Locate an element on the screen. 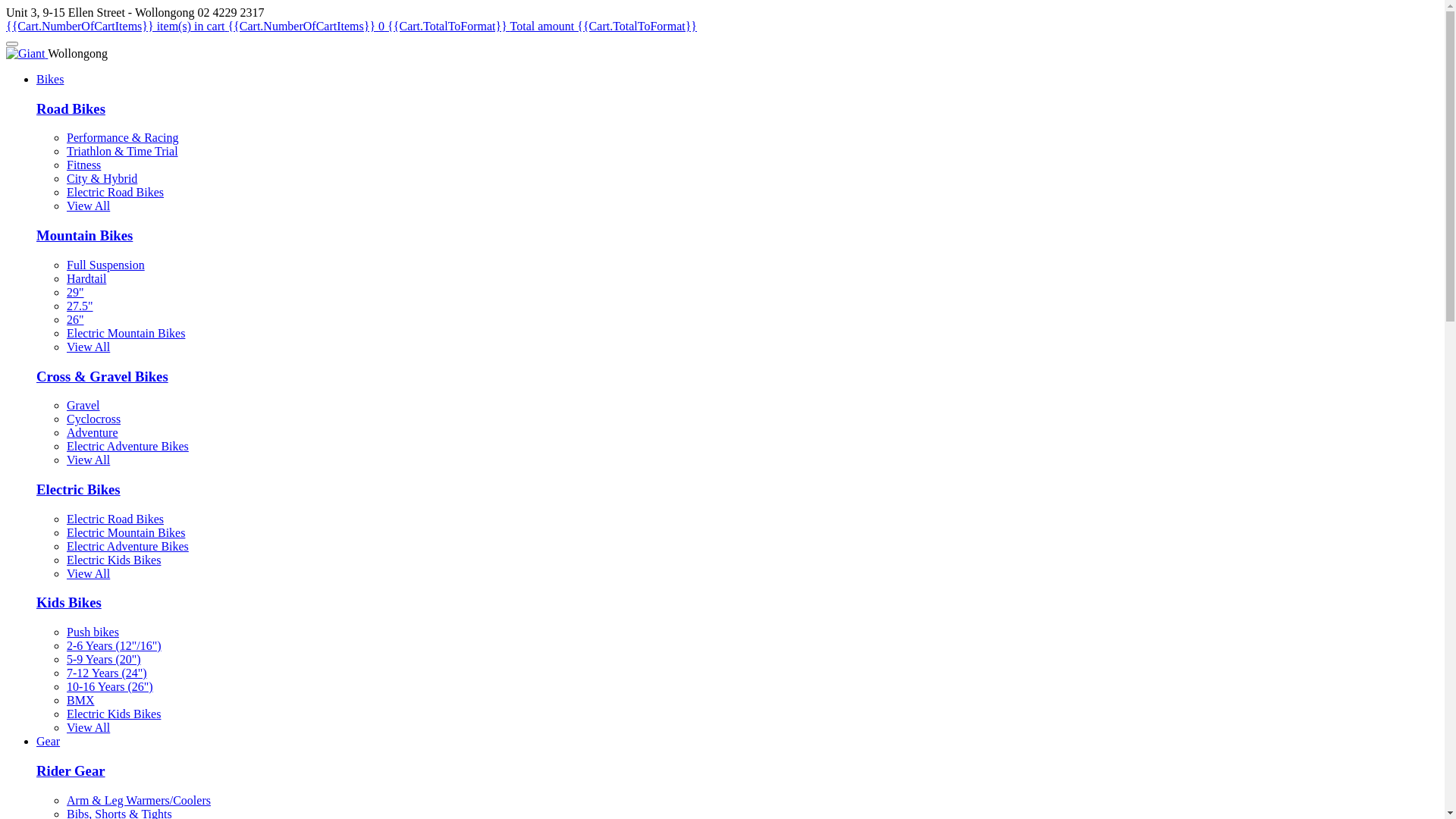  '5-9 Years (20")' is located at coordinates (103, 658).